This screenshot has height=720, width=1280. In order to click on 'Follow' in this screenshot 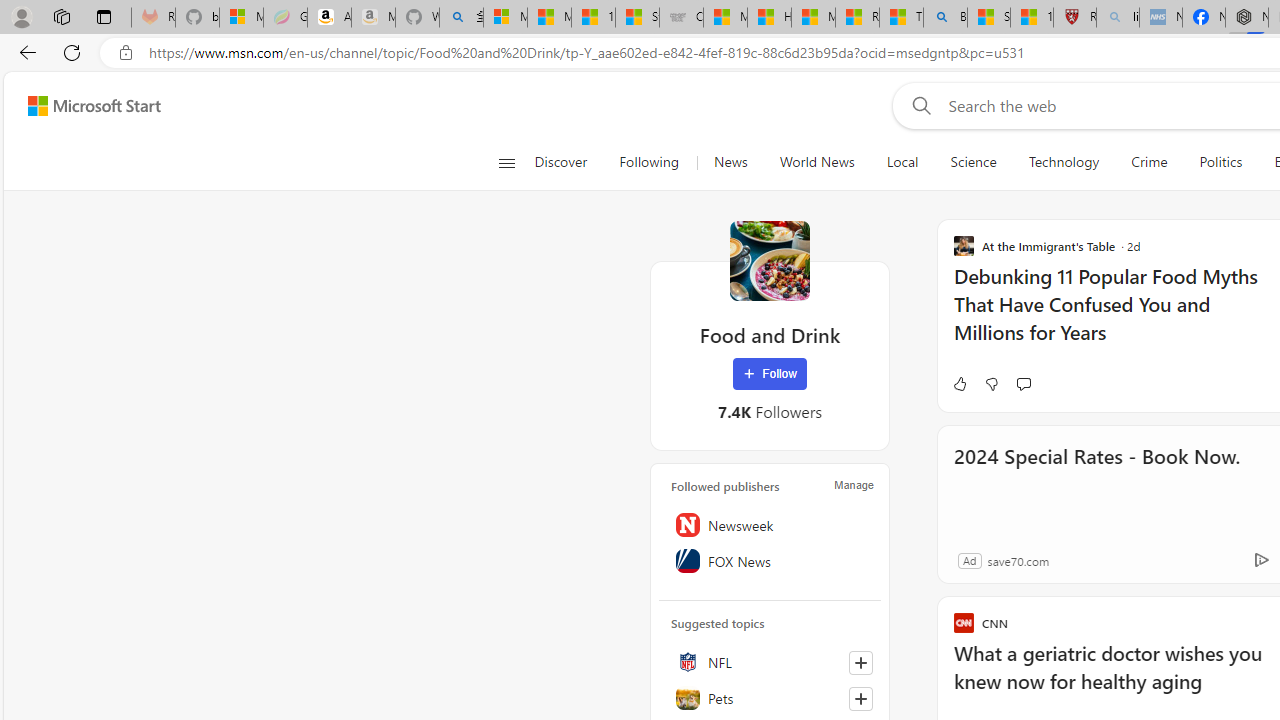, I will do `click(768, 374)`.